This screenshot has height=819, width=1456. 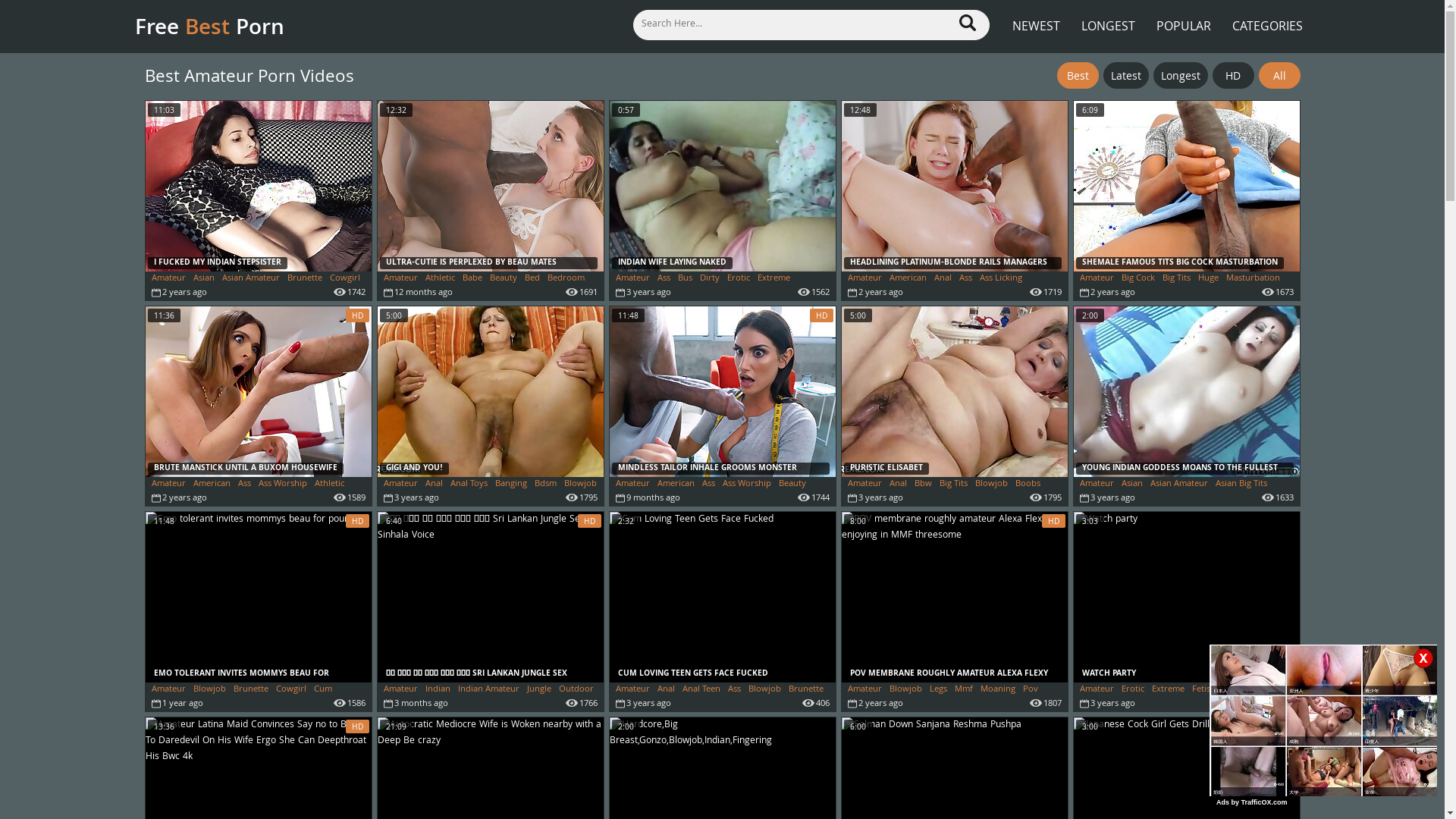 I want to click on 'NEWEST', so click(x=1004, y=17).